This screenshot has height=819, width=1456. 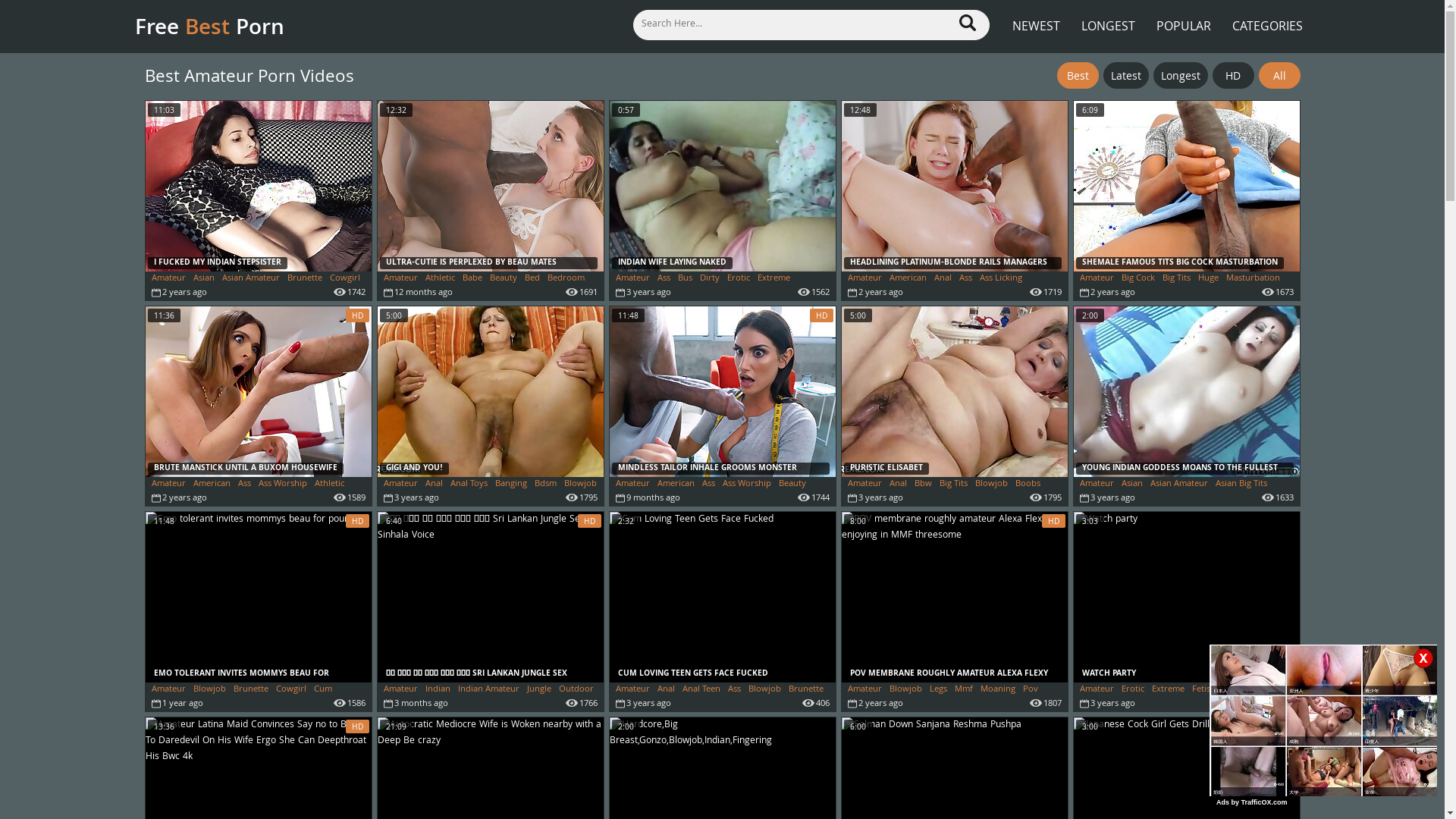 I want to click on 'NEWEST', so click(x=1004, y=17).